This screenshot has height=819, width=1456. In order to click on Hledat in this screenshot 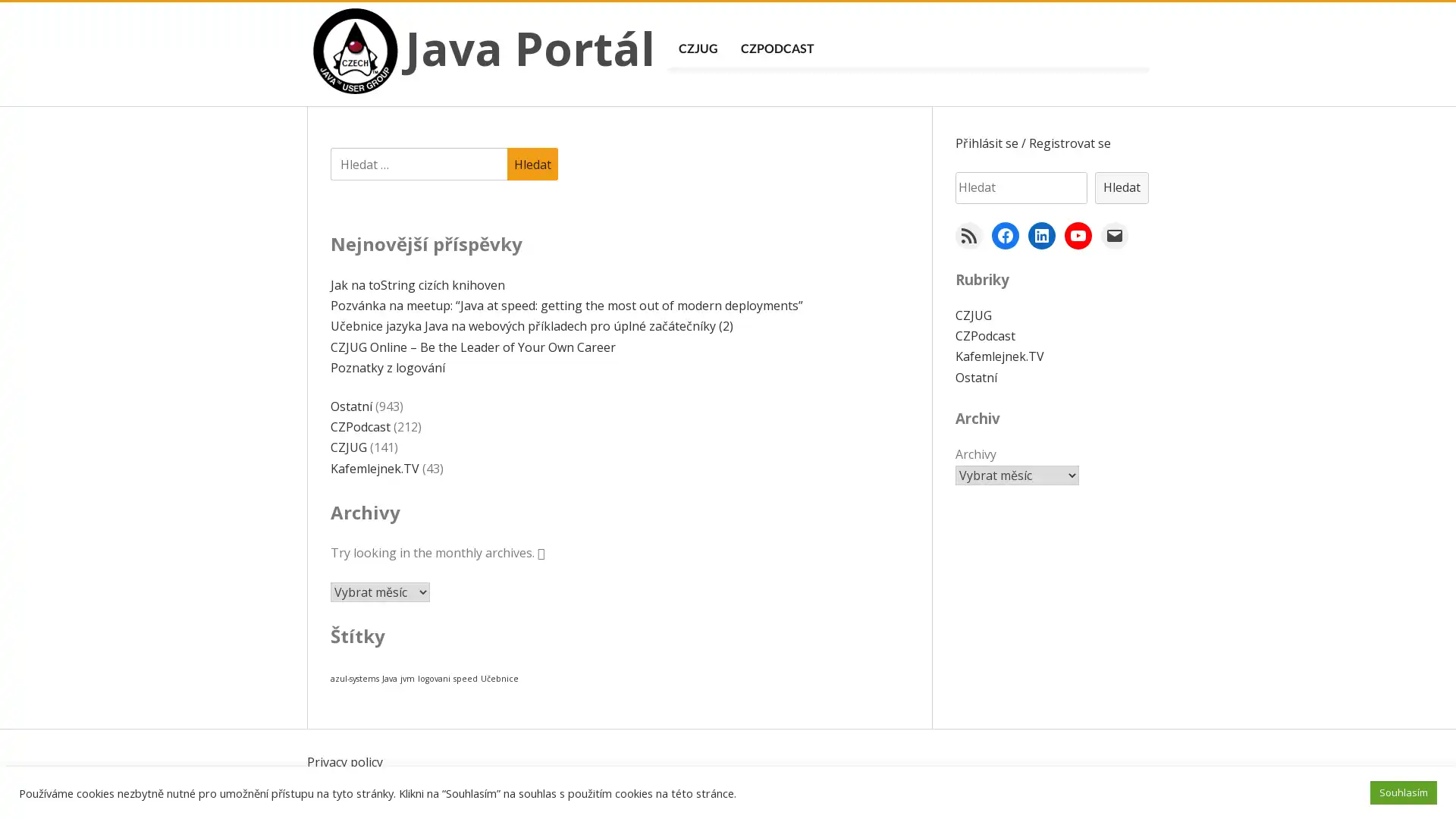, I will do `click(1122, 187)`.